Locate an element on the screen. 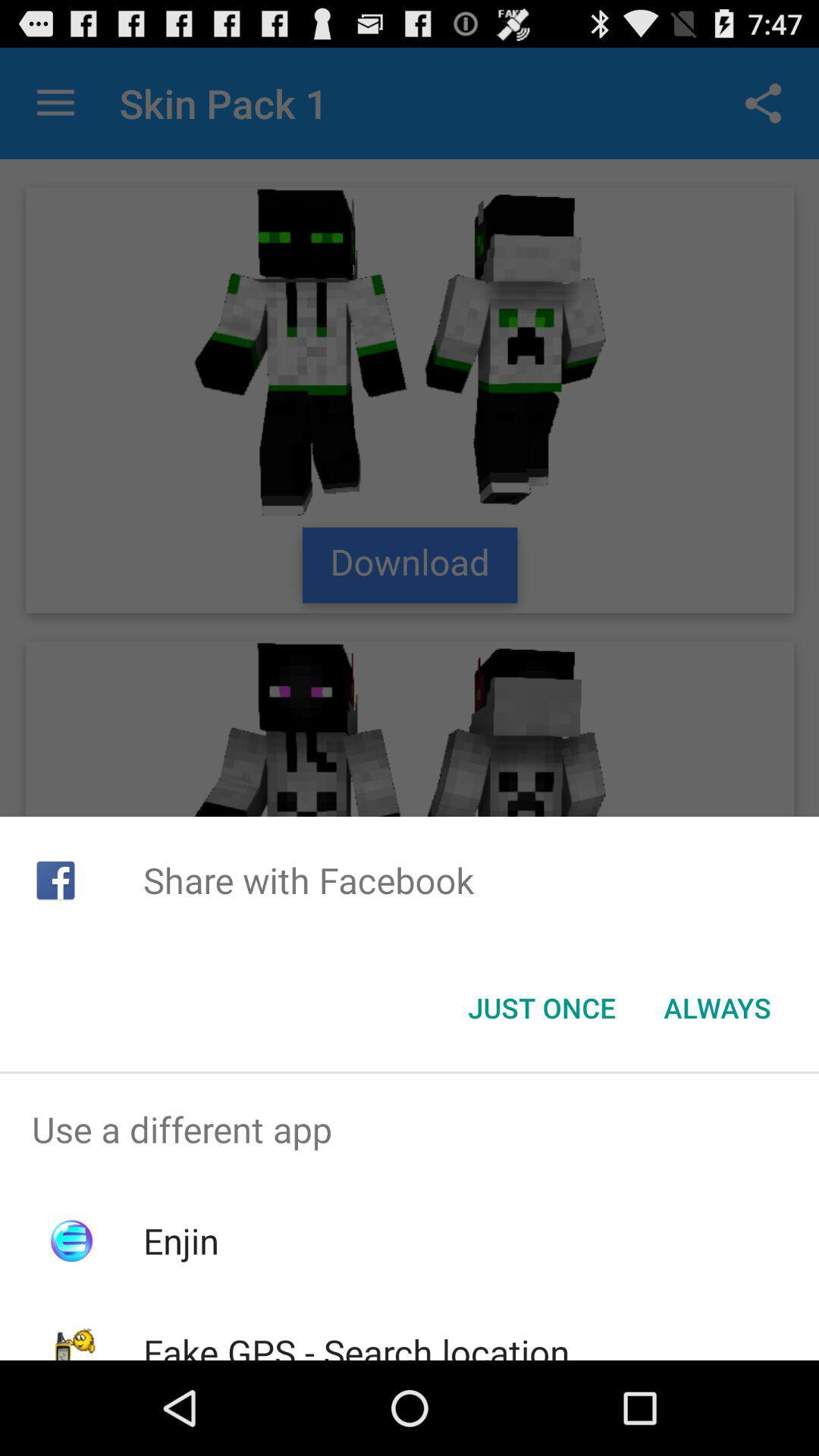 The image size is (819, 1456). fake gps search icon is located at coordinates (356, 1344).